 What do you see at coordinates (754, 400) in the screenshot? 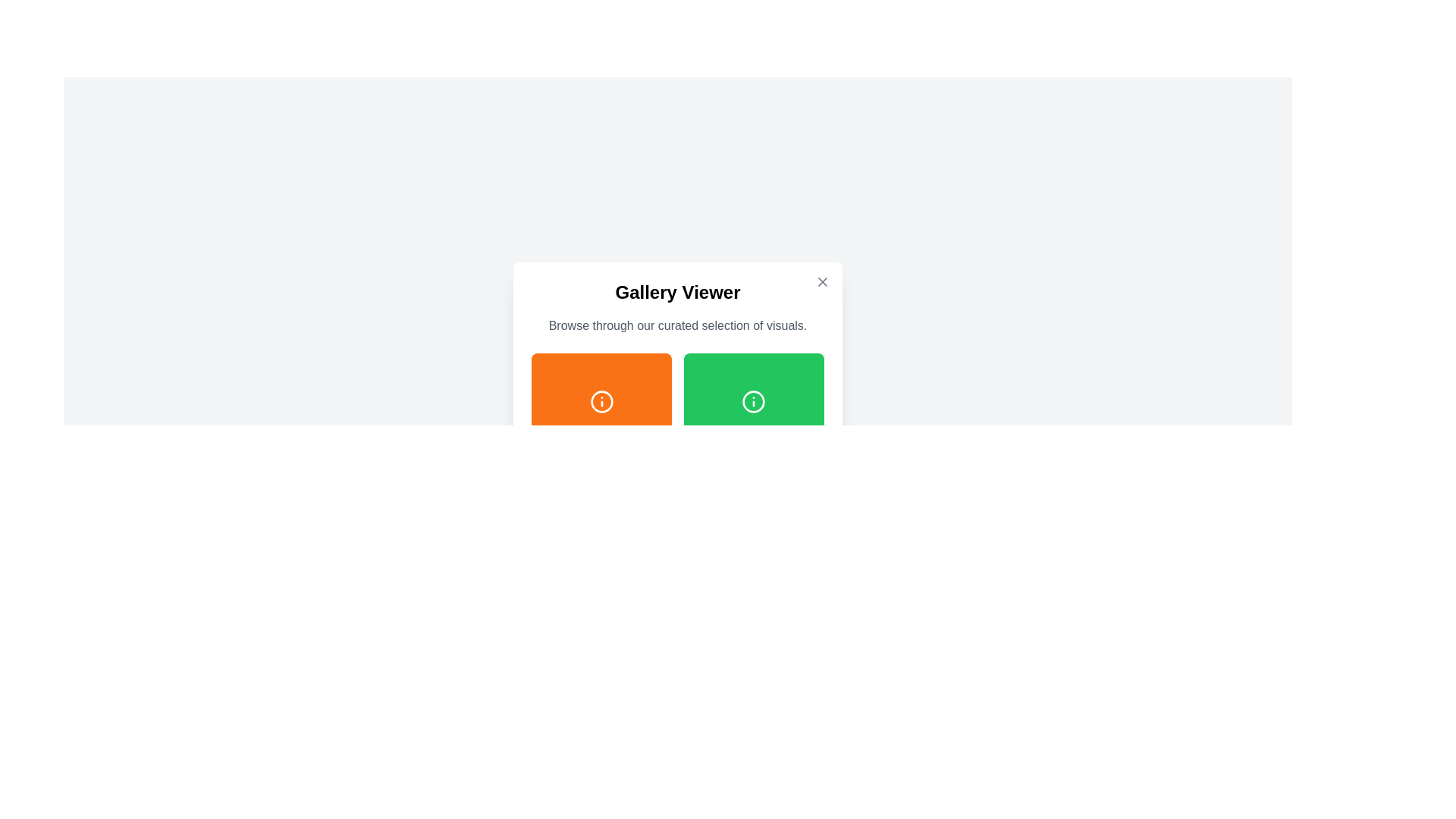
I see `the green rectangular button that contains the SVG circle, located to the right side of the two-button layout below the 'Gallery Viewer' header` at bounding box center [754, 400].